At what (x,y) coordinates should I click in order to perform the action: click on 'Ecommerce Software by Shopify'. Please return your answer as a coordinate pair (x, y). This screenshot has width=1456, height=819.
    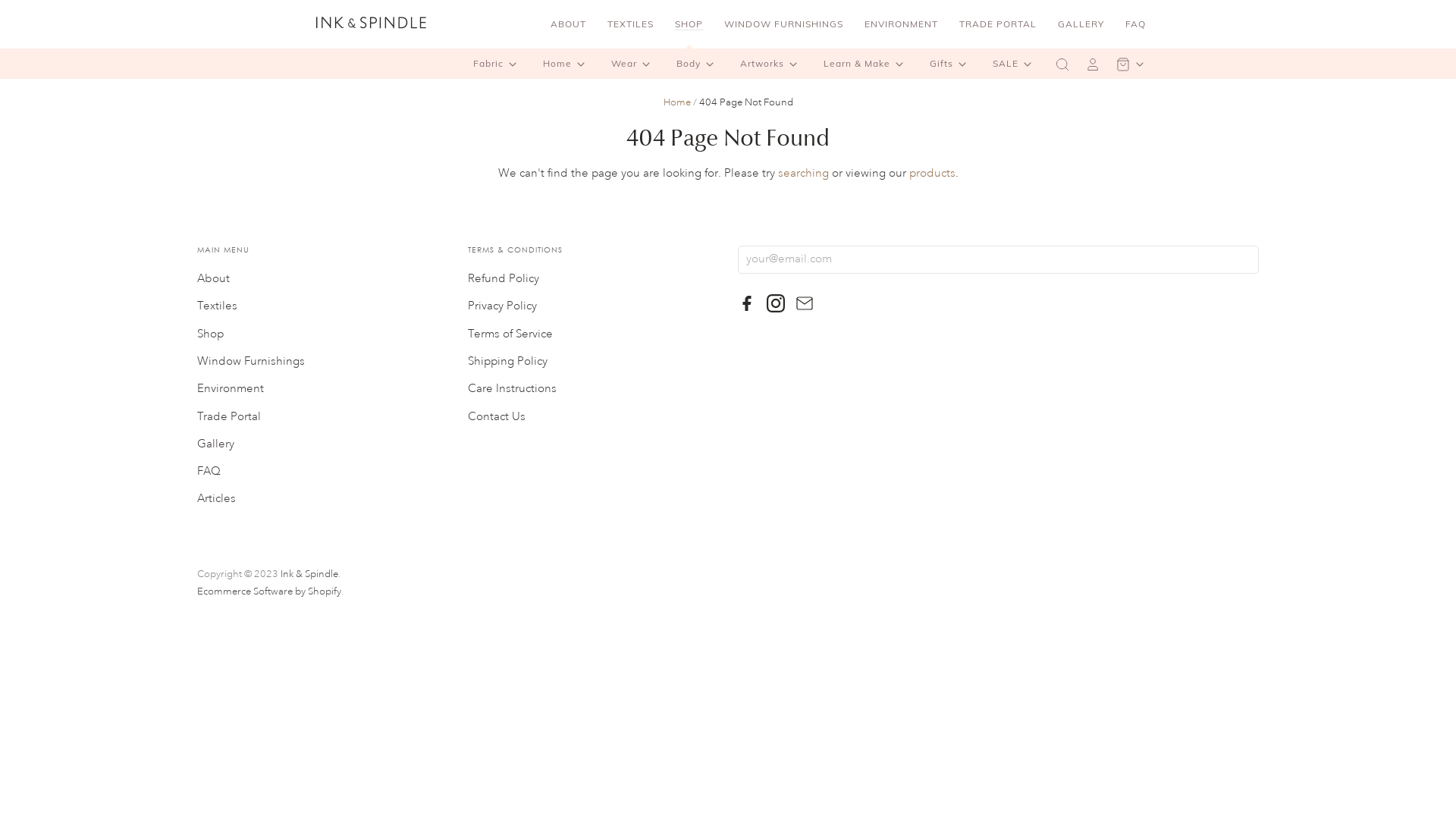
    Looking at the image, I should click on (269, 590).